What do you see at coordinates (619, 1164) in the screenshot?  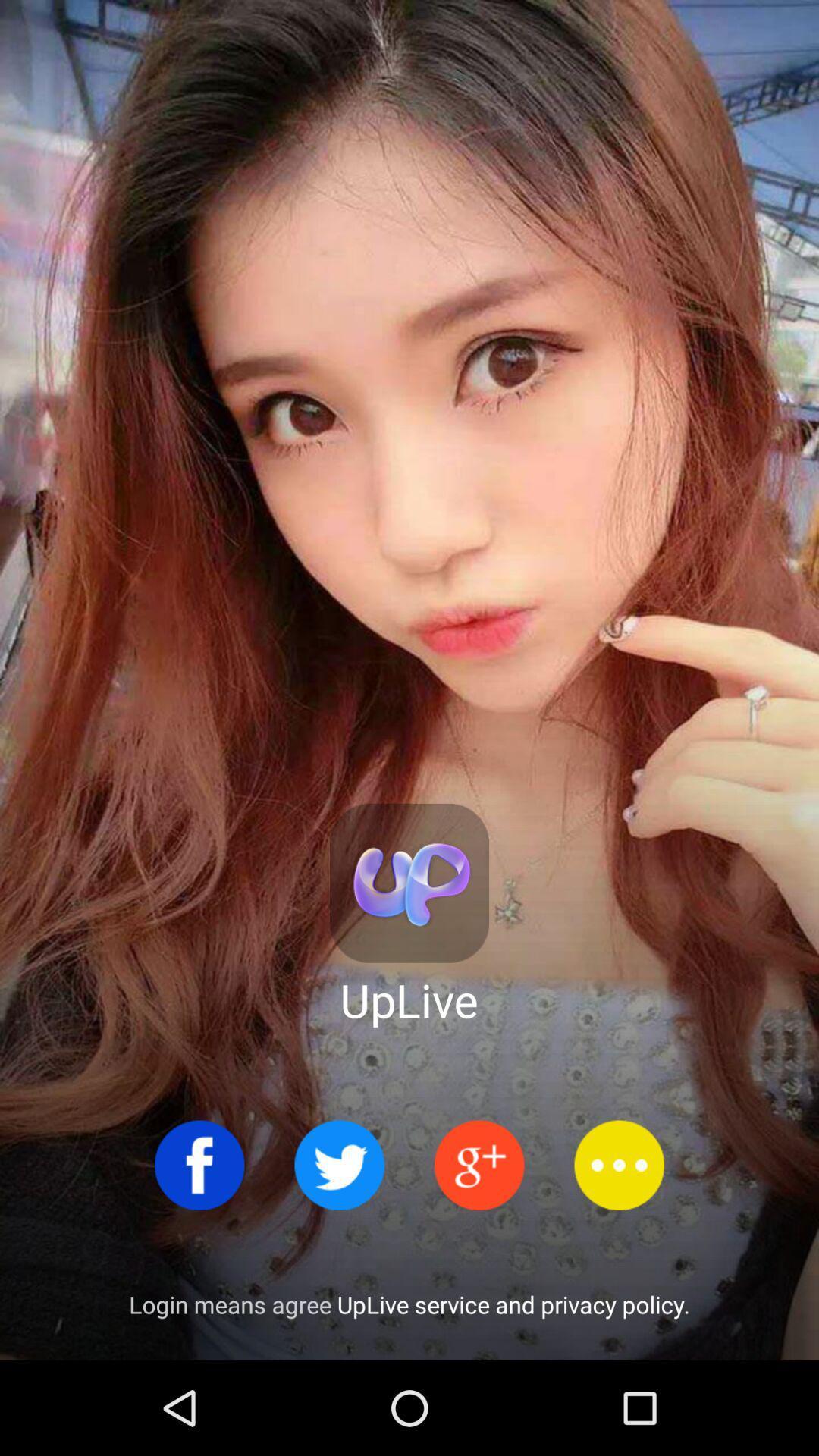 I see `the more icon` at bounding box center [619, 1164].